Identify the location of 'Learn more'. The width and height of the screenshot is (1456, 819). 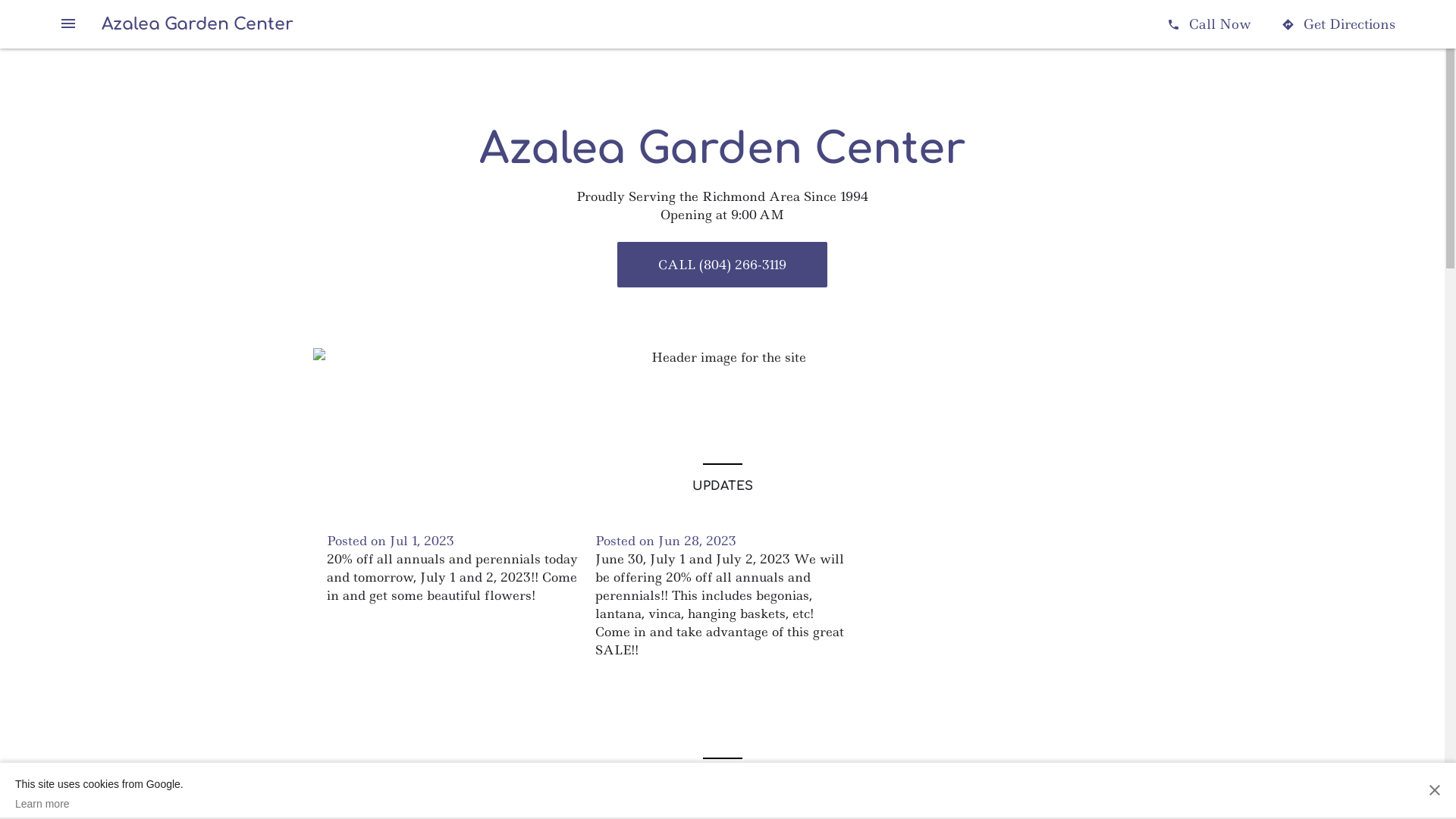
(98, 803).